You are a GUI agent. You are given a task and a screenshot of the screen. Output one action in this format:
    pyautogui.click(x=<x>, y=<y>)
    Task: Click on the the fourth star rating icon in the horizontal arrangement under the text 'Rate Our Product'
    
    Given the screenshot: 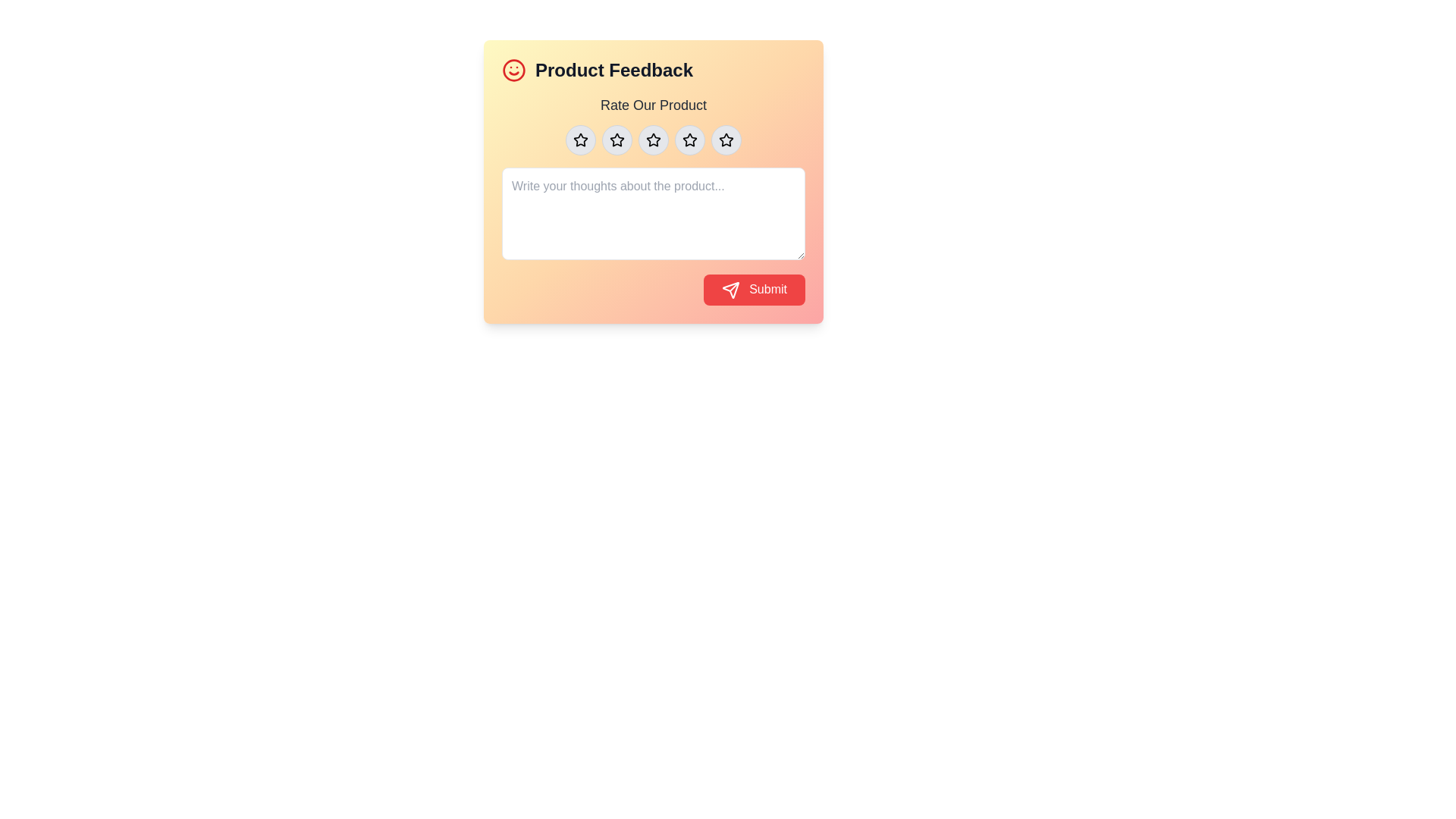 What is the action you would take?
    pyautogui.click(x=689, y=140)
    